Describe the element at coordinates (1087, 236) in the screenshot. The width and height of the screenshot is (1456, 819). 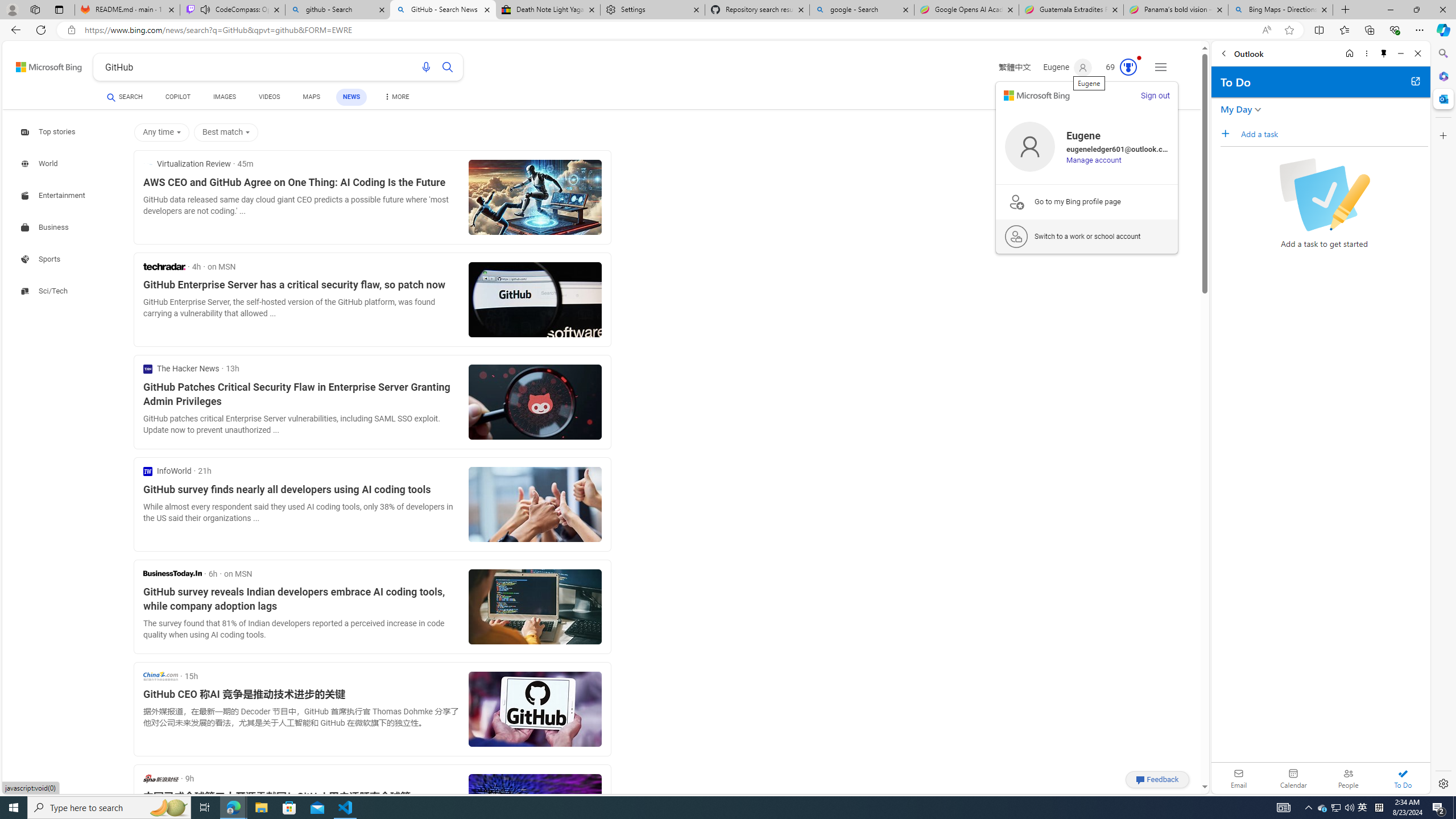
I see `'work signin Switch to a work or school account'` at that location.